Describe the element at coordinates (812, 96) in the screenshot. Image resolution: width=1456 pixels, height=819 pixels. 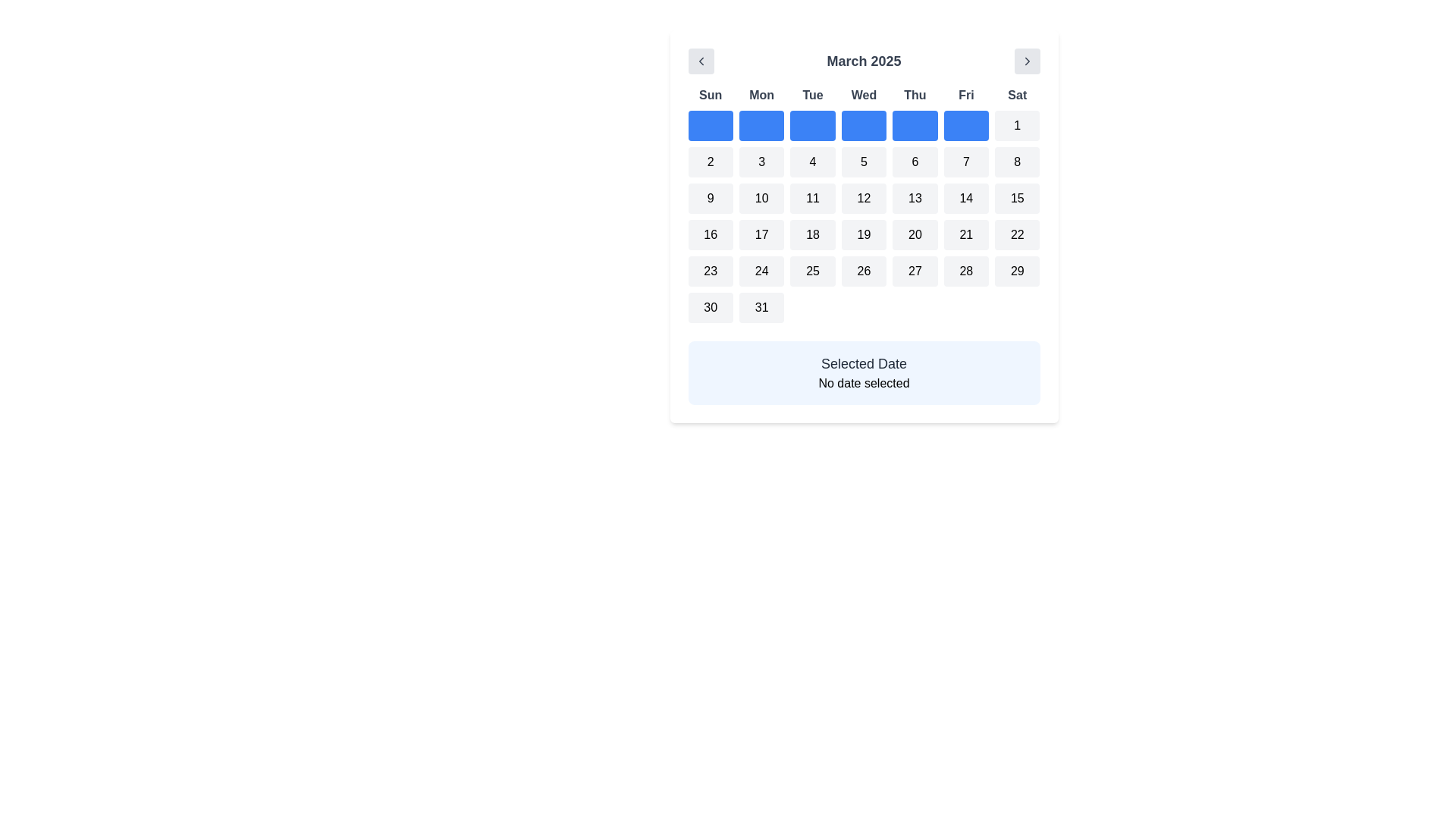
I see `the text label containing 'Tue', which is the third item in the row of days of the week in the calendar view` at that location.